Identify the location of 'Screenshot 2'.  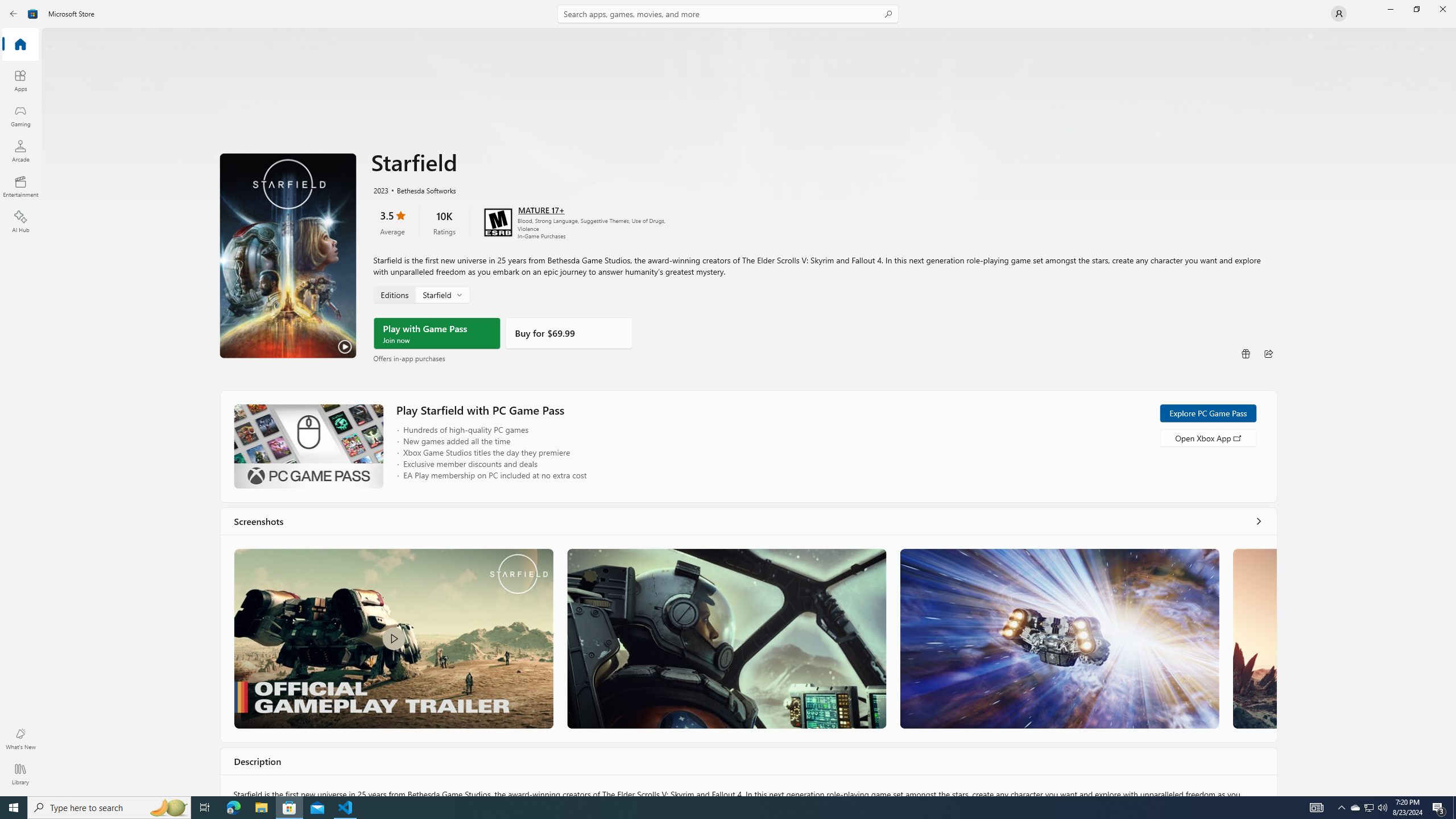
(725, 638).